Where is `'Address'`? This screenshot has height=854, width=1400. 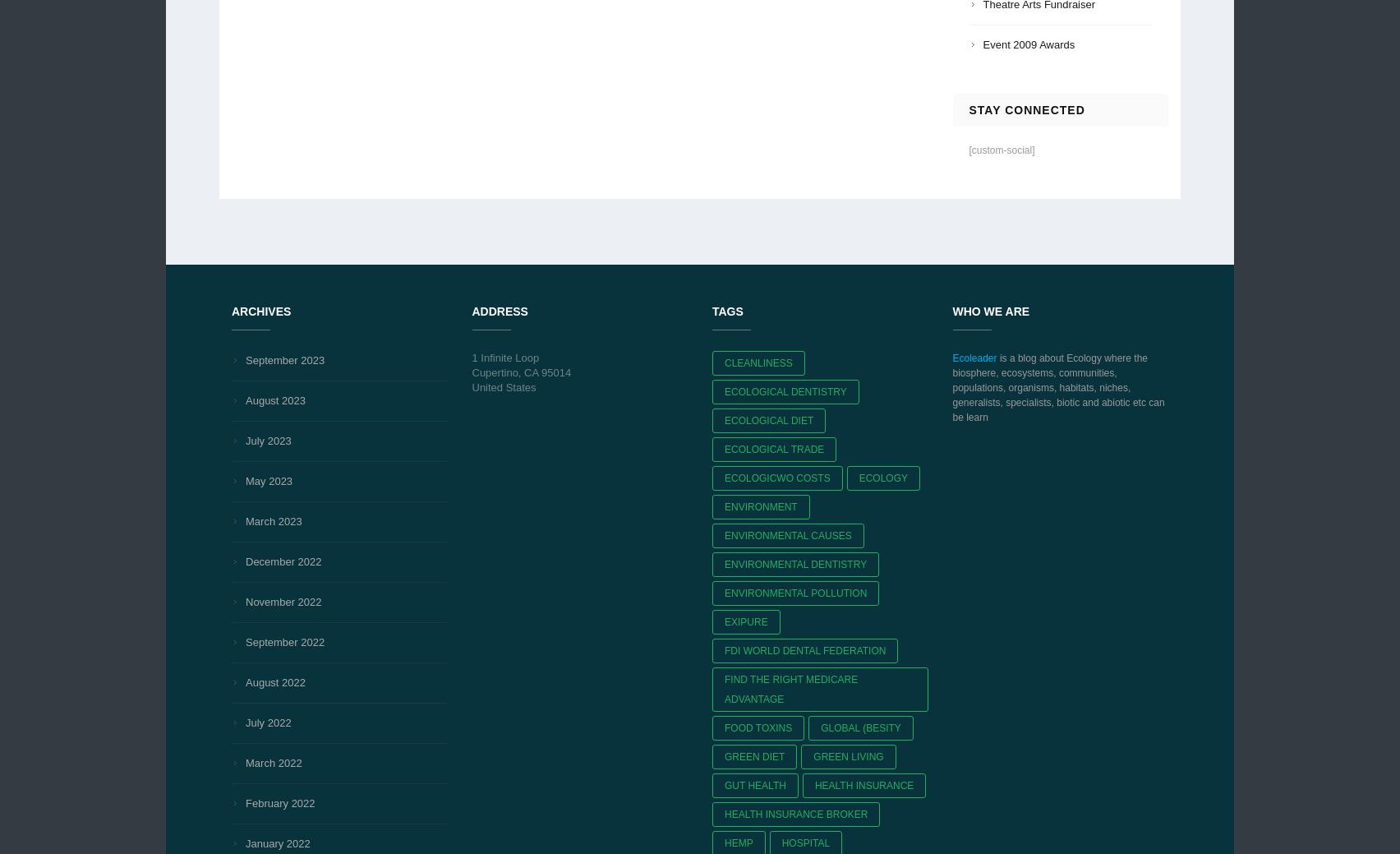
'Address' is located at coordinates (499, 309).